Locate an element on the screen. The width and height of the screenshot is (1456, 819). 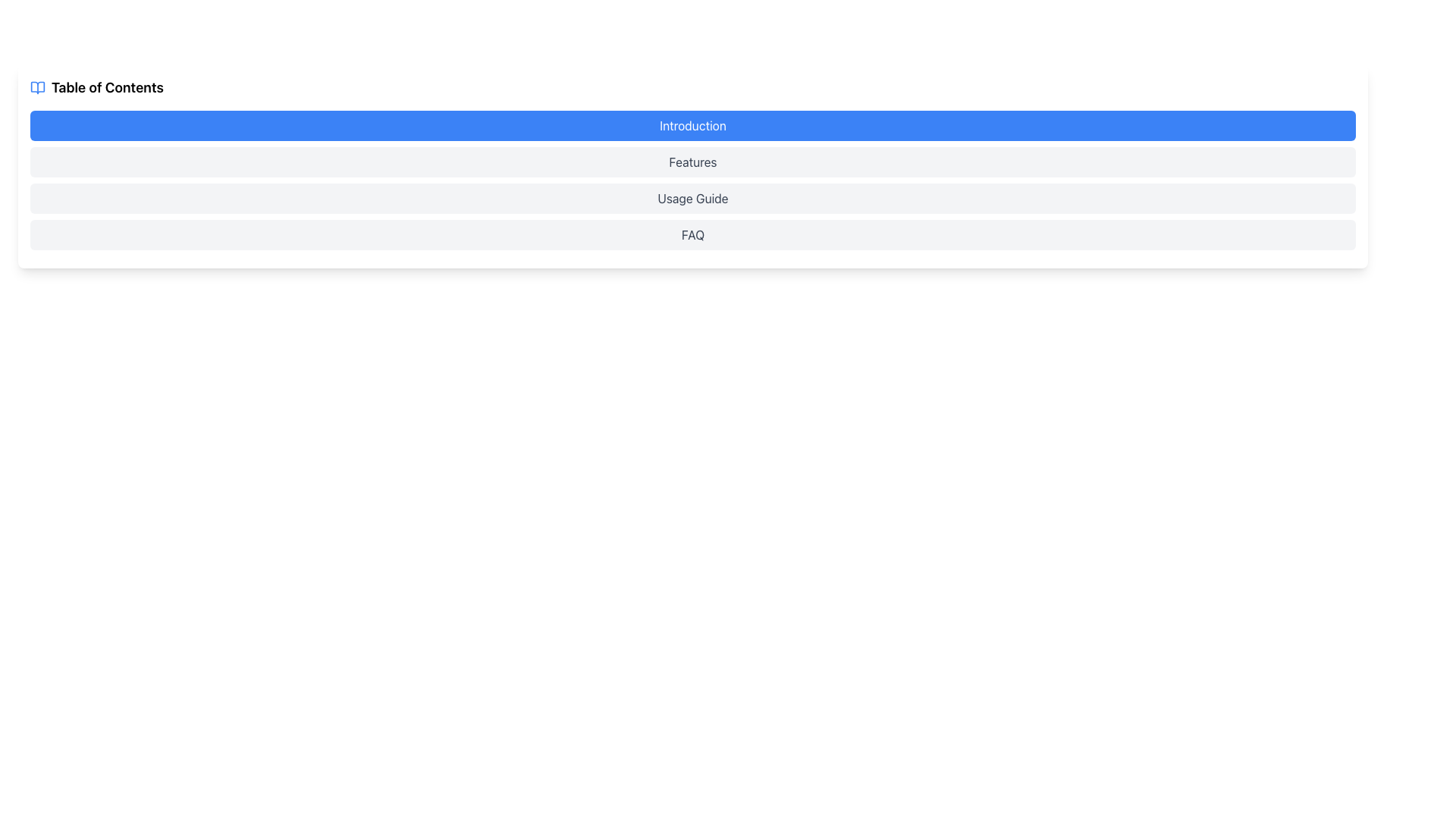
the blue outlined SVG icon resembling an open book, located near the top-left corner of the interface, adjacent to the 'Table of Contents' text is located at coordinates (37, 87).